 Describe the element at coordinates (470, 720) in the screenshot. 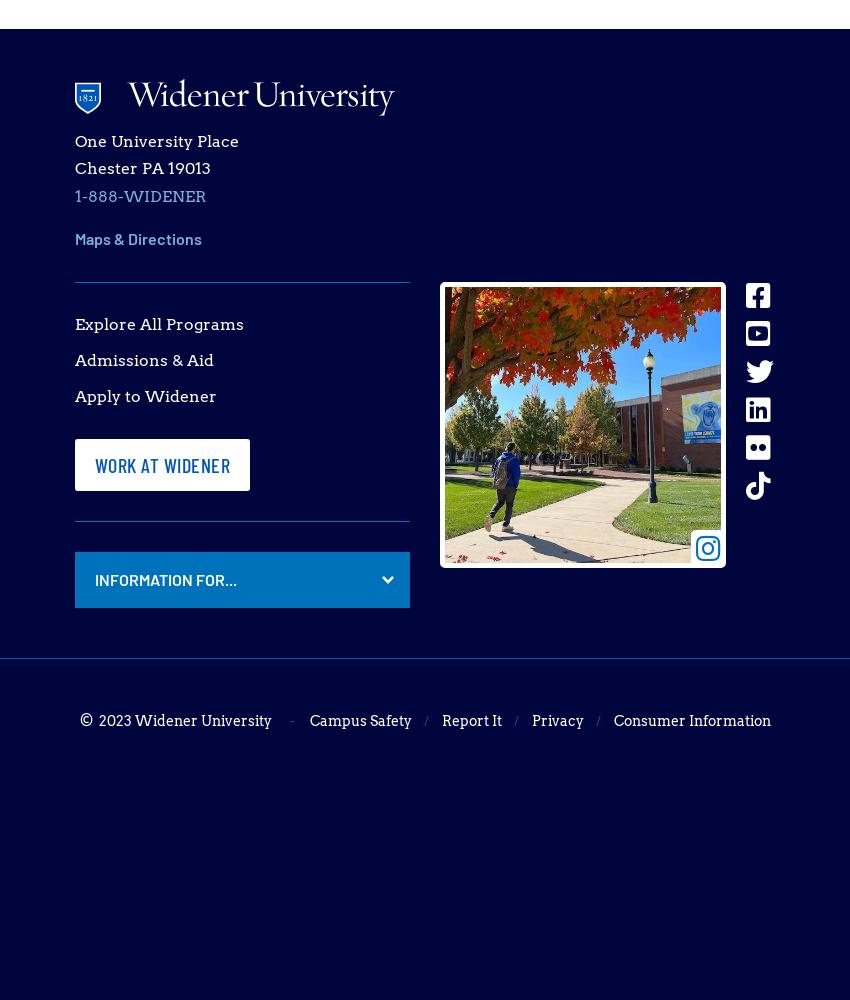

I see `'Report It'` at that location.